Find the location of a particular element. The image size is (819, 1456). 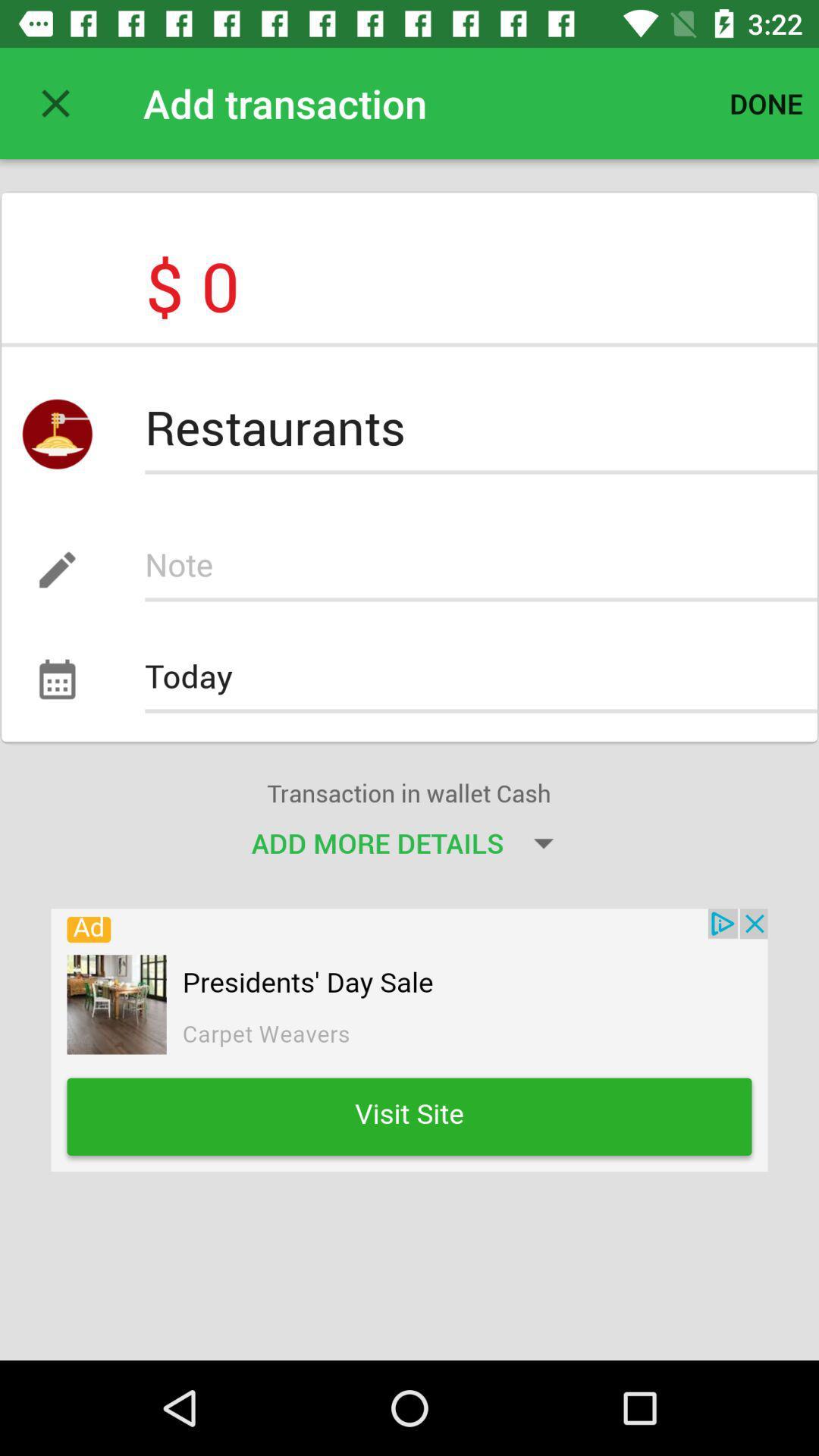

opens an advertisement is located at coordinates (409, 1039).